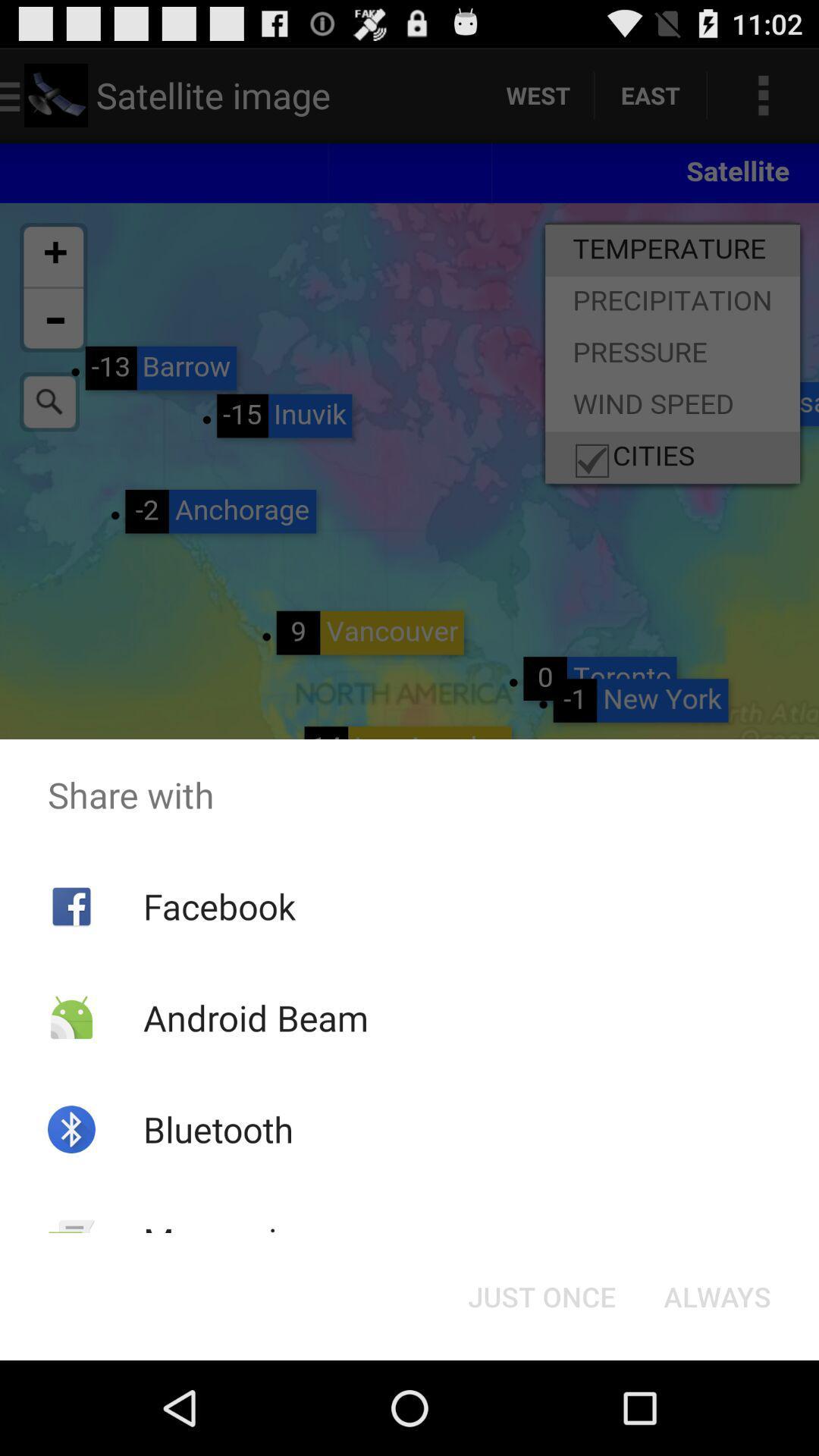 This screenshot has width=819, height=1456. What do you see at coordinates (717, 1295) in the screenshot?
I see `the always button` at bounding box center [717, 1295].